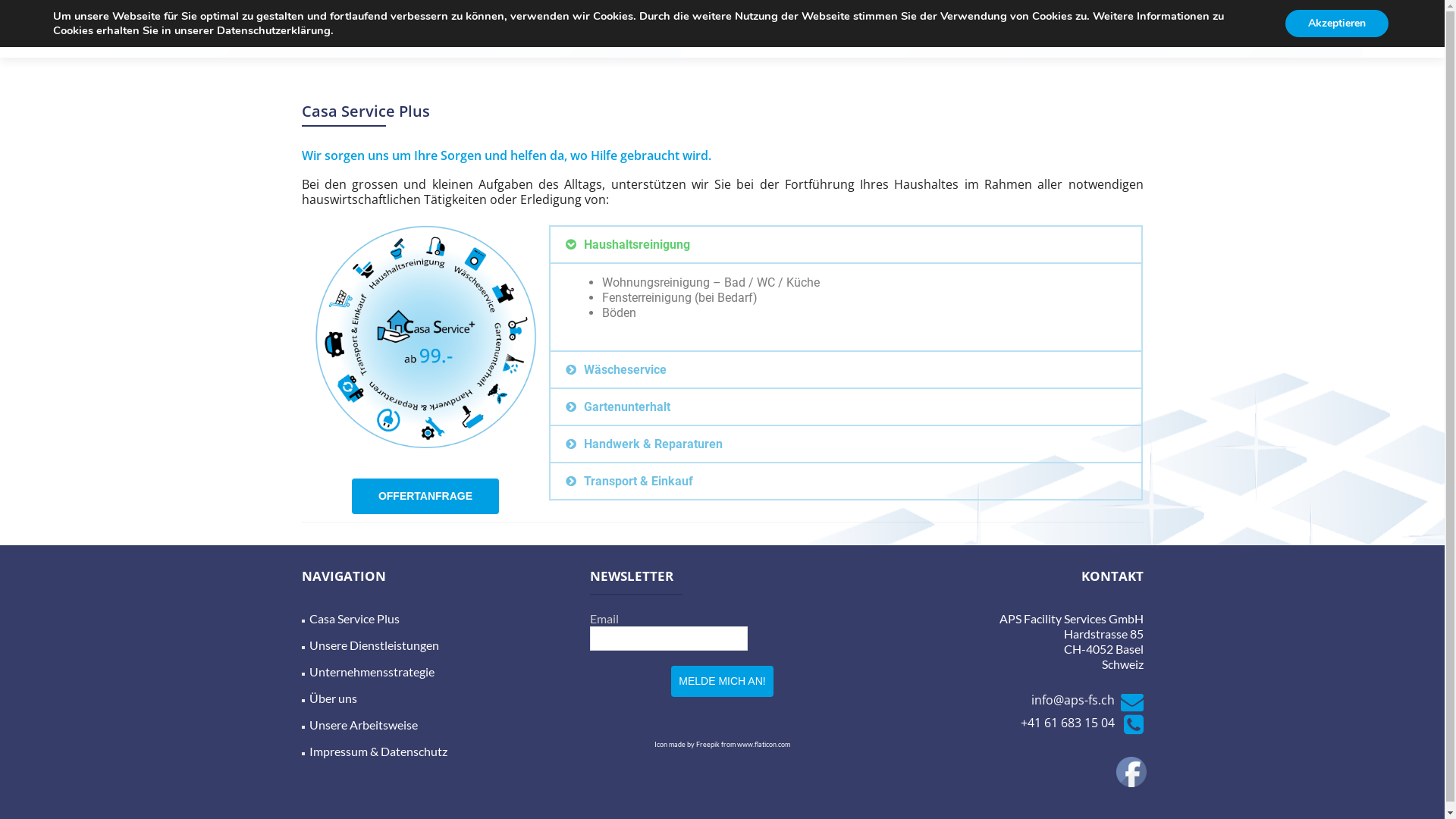 Image resolution: width=1456 pixels, height=819 pixels. Describe the element at coordinates (374, 645) in the screenshot. I see `'Unsere Dienstleistungen'` at that location.